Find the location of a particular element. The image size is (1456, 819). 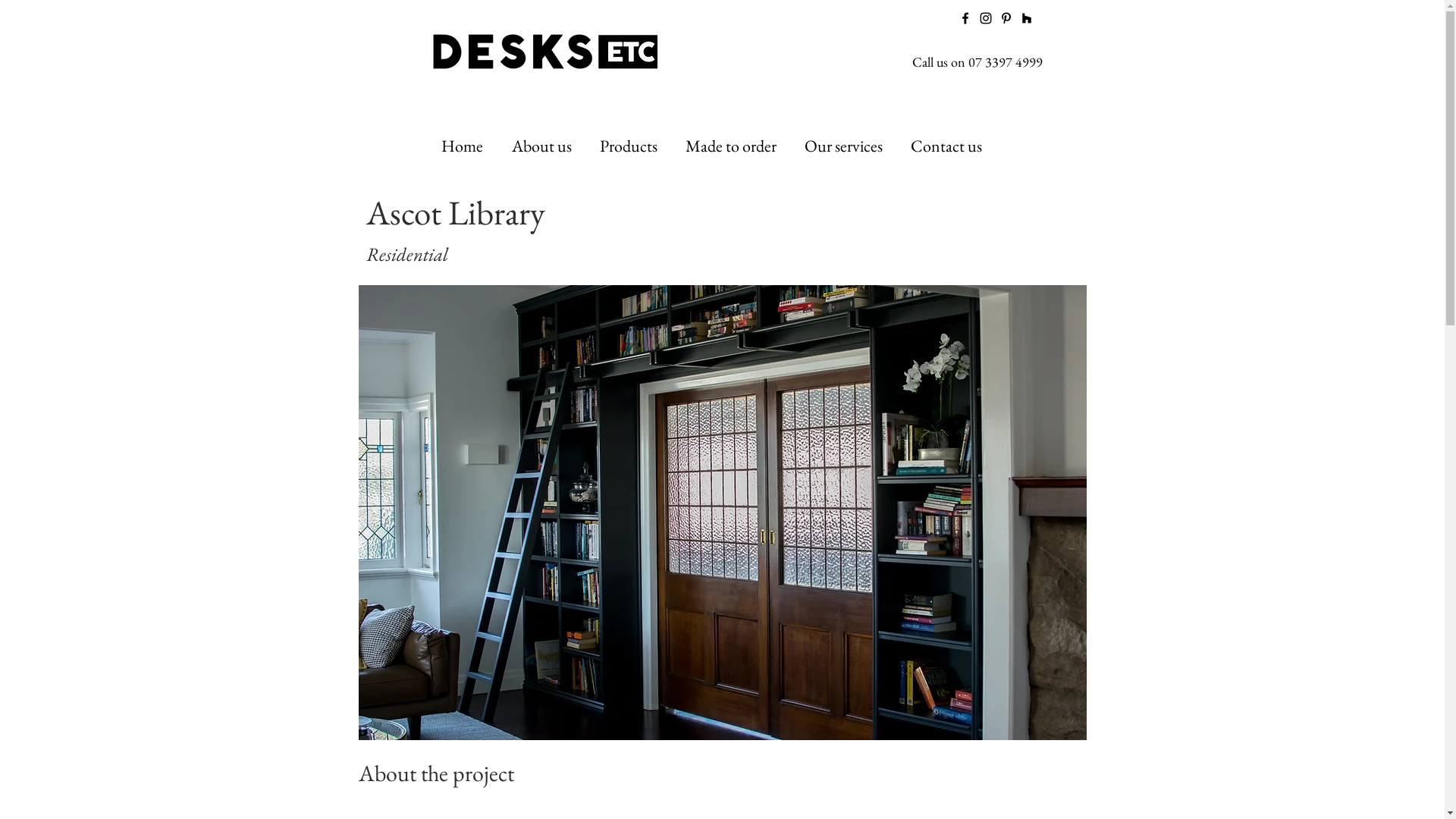

'Our services' is located at coordinates (846, 146).